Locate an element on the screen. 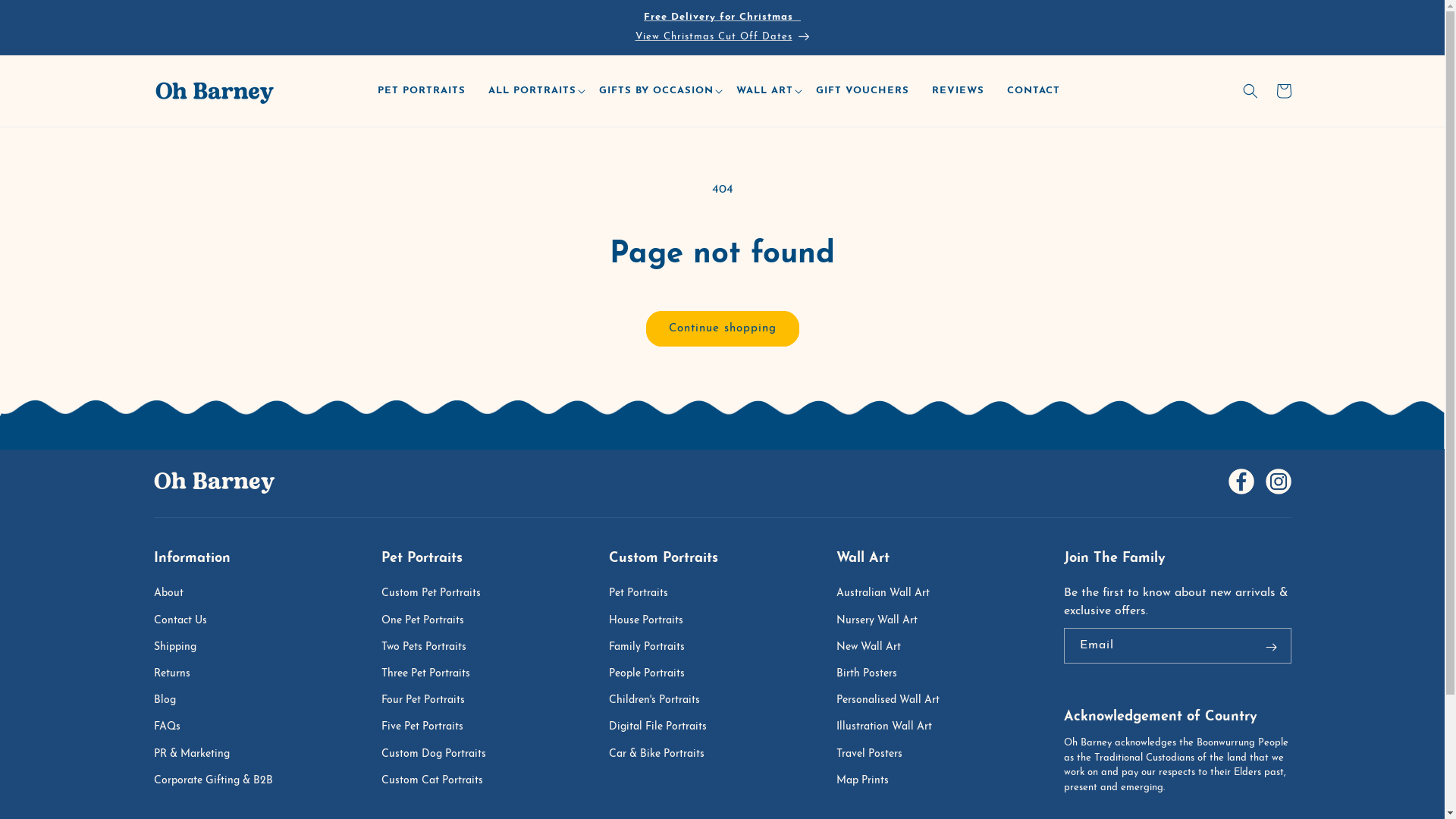  'Cart' is located at coordinates (1282, 90).